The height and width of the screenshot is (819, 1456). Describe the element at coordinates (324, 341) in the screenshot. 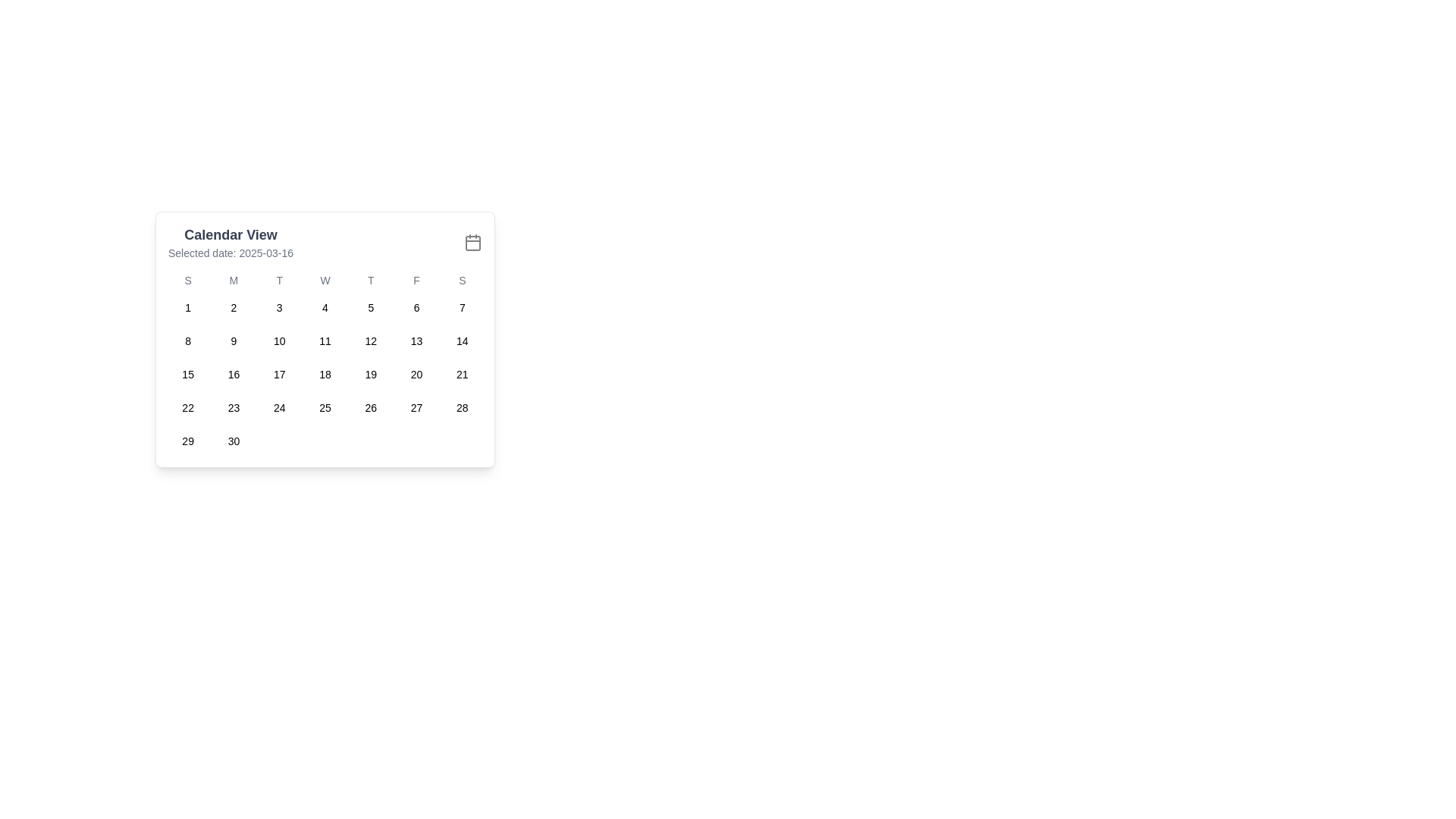

I see `the square-shaped button displaying the text '11' in black, which is located in the fourth row and fourth column of the calendar interface's grid layout` at that location.